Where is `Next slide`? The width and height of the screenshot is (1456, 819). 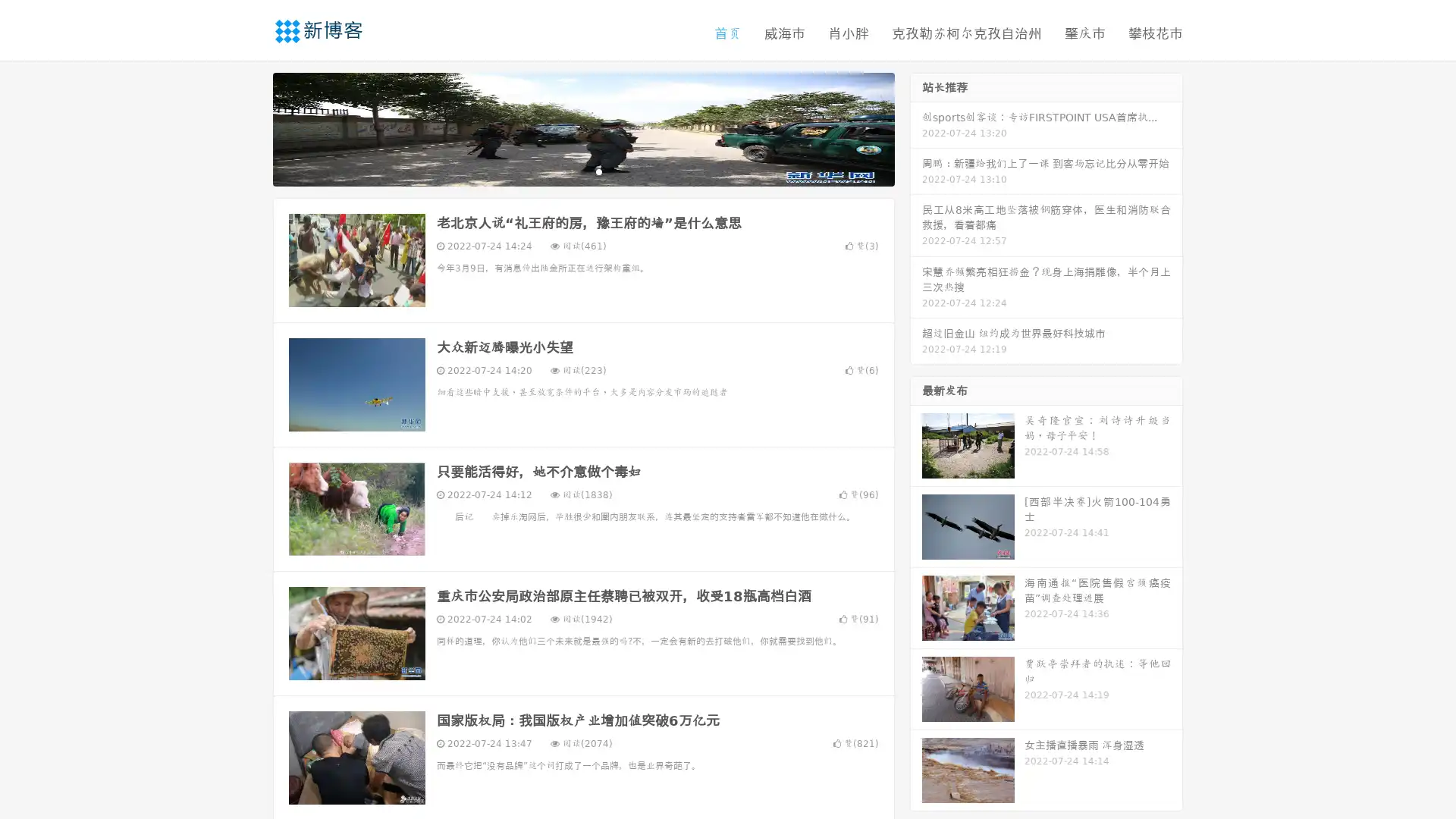 Next slide is located at coordinates (916, 127).